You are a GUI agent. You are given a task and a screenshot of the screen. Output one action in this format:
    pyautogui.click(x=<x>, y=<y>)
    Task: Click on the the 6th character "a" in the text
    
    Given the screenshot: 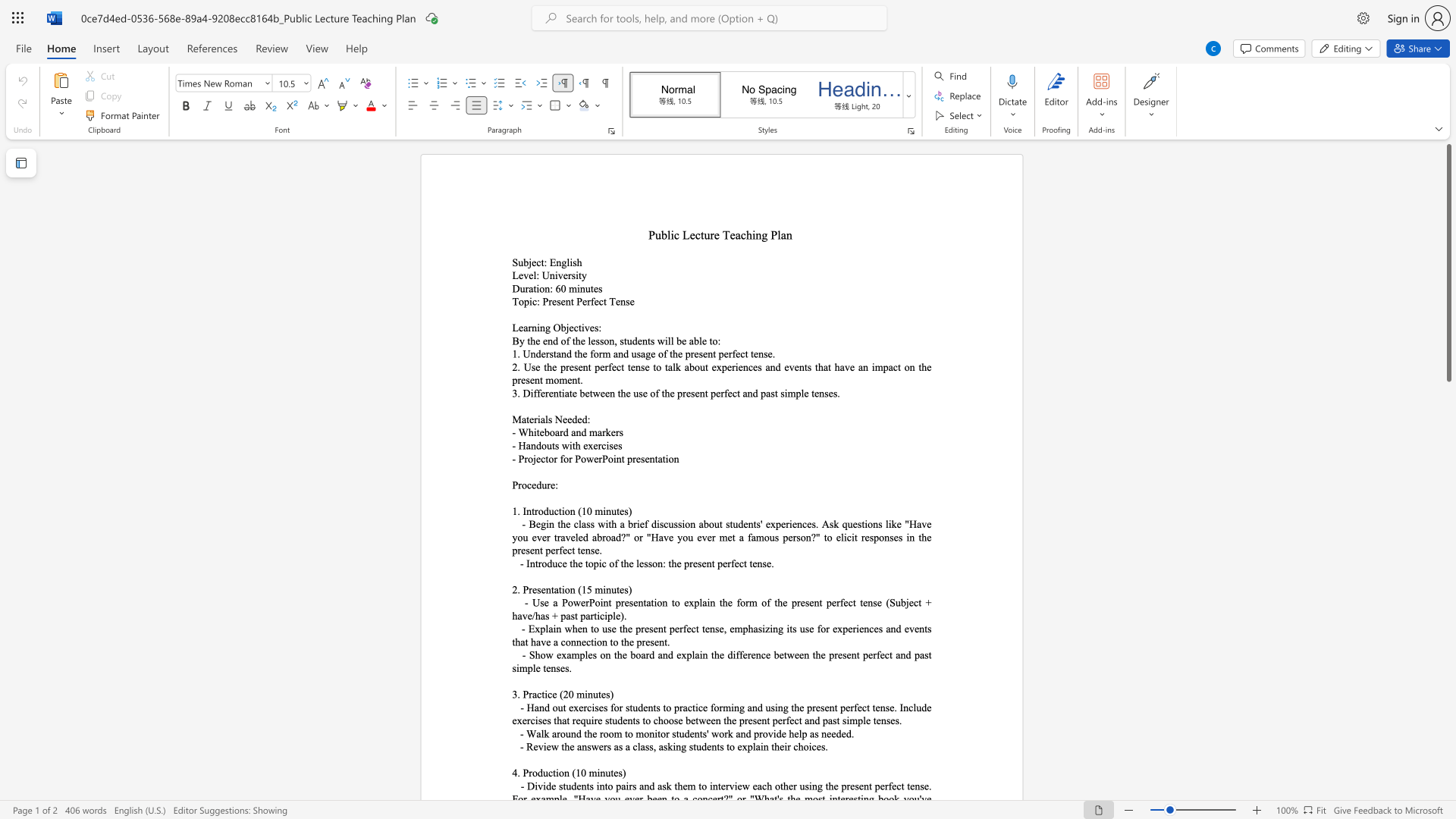 What is the action you would take?
    pyautogui.click(x=758, y=745)
    